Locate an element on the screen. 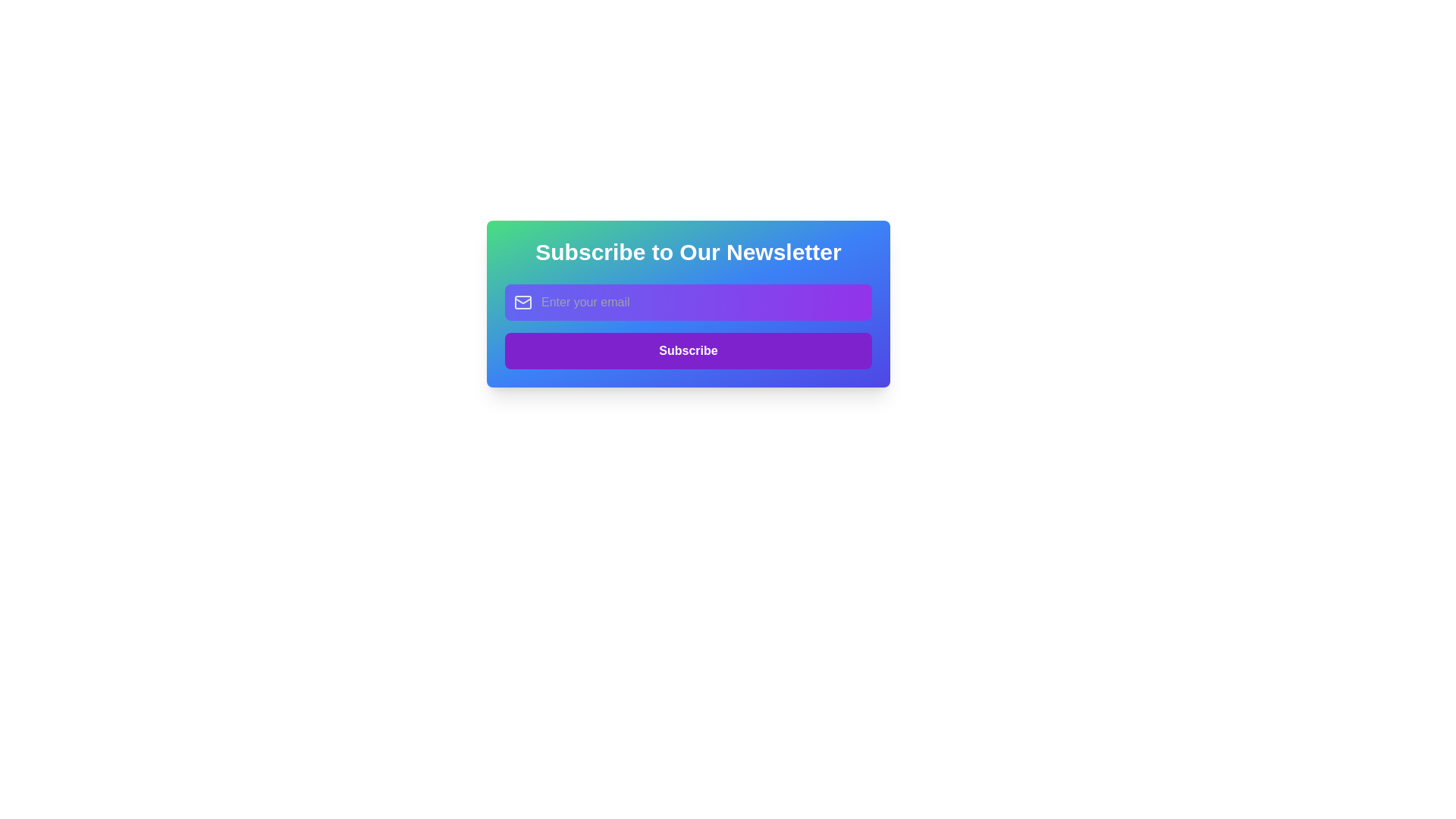 The height and width of the screenshot is (819, 1456). the email icon, which is a rectangular icon with rounded corners resembling an envelope, styled in a solid color and positioned to the left side of the email input field is located at coordinates (523, 302).